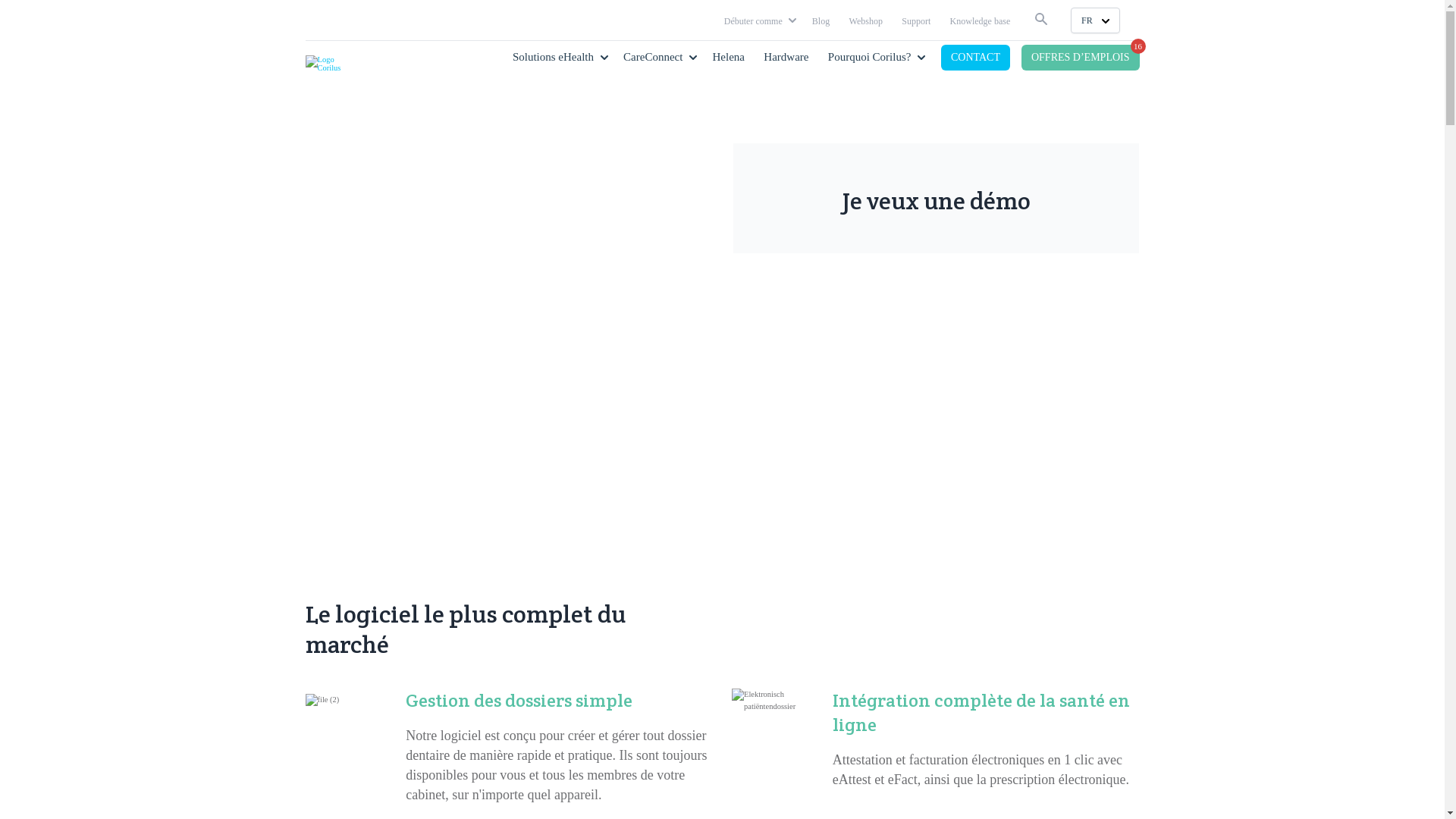 The image size is (1456, 819). I want to click on 'CONTACT', so click(975, 57).